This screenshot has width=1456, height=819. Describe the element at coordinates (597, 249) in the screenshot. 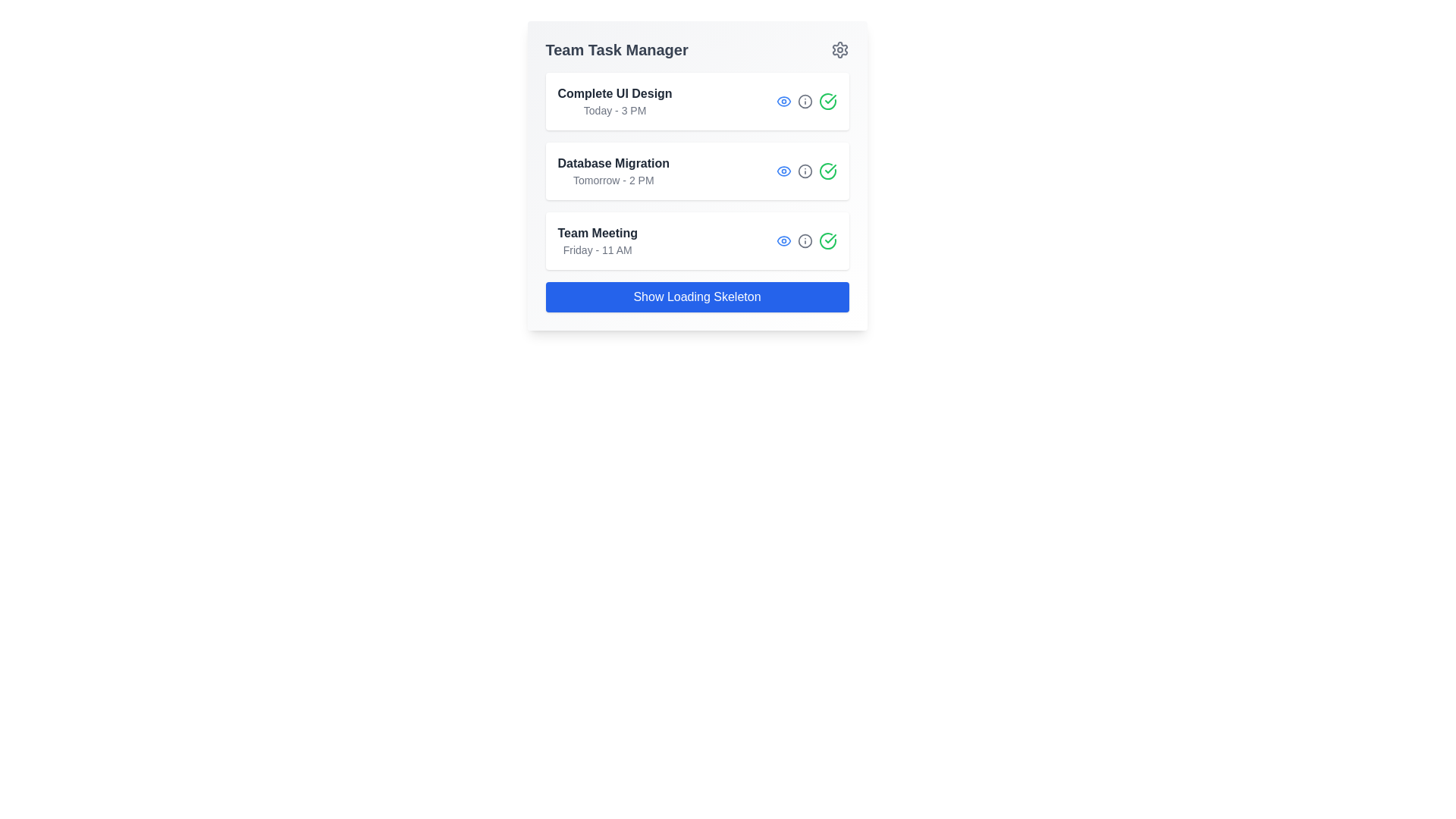

I see `the text label displaying 'Friday - 11 AM', which is styled in a small, gray font and positioned beneath the 'Team Meeting' title` at that location.